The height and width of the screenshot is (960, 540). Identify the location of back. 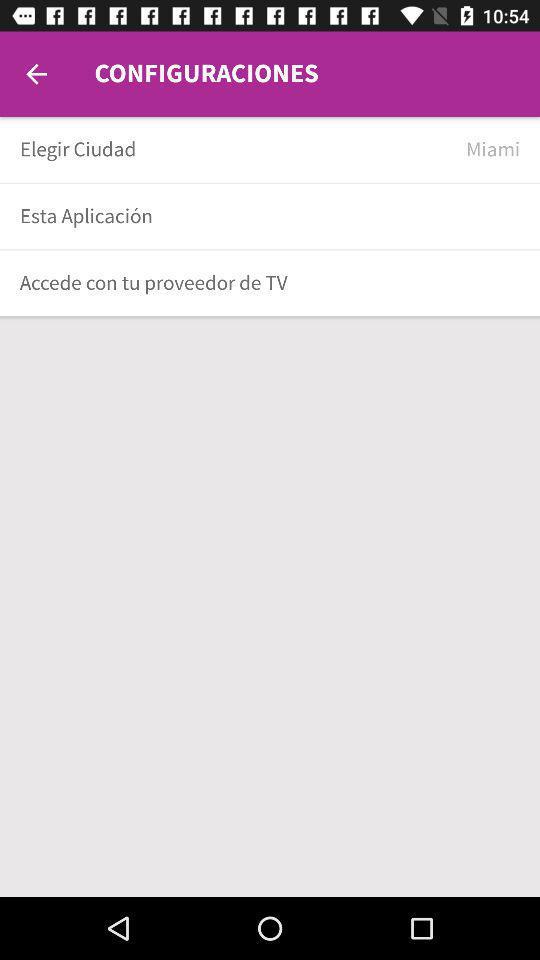
(36, 74).